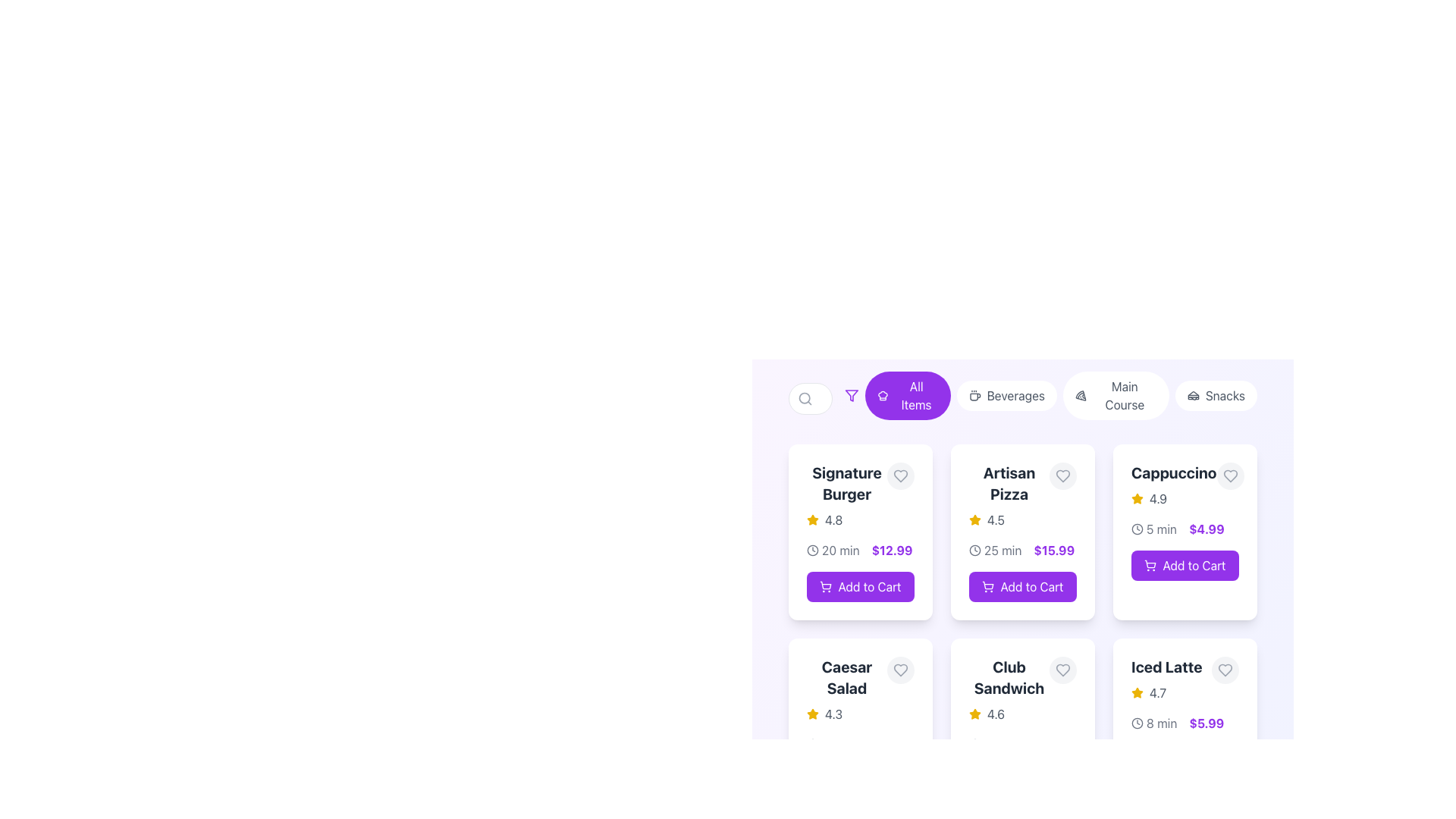 The width and height of the screenshot is (1456, 819). What do you see at coordinates (1116, 394) in the screenshot?
I see `the 'Main Course' category menu item, which is represented by a pizza slice icon and the text 'Main Course', located as the third item in the horizontal menu at the top of the interface` at bounding box center [1116, 394].